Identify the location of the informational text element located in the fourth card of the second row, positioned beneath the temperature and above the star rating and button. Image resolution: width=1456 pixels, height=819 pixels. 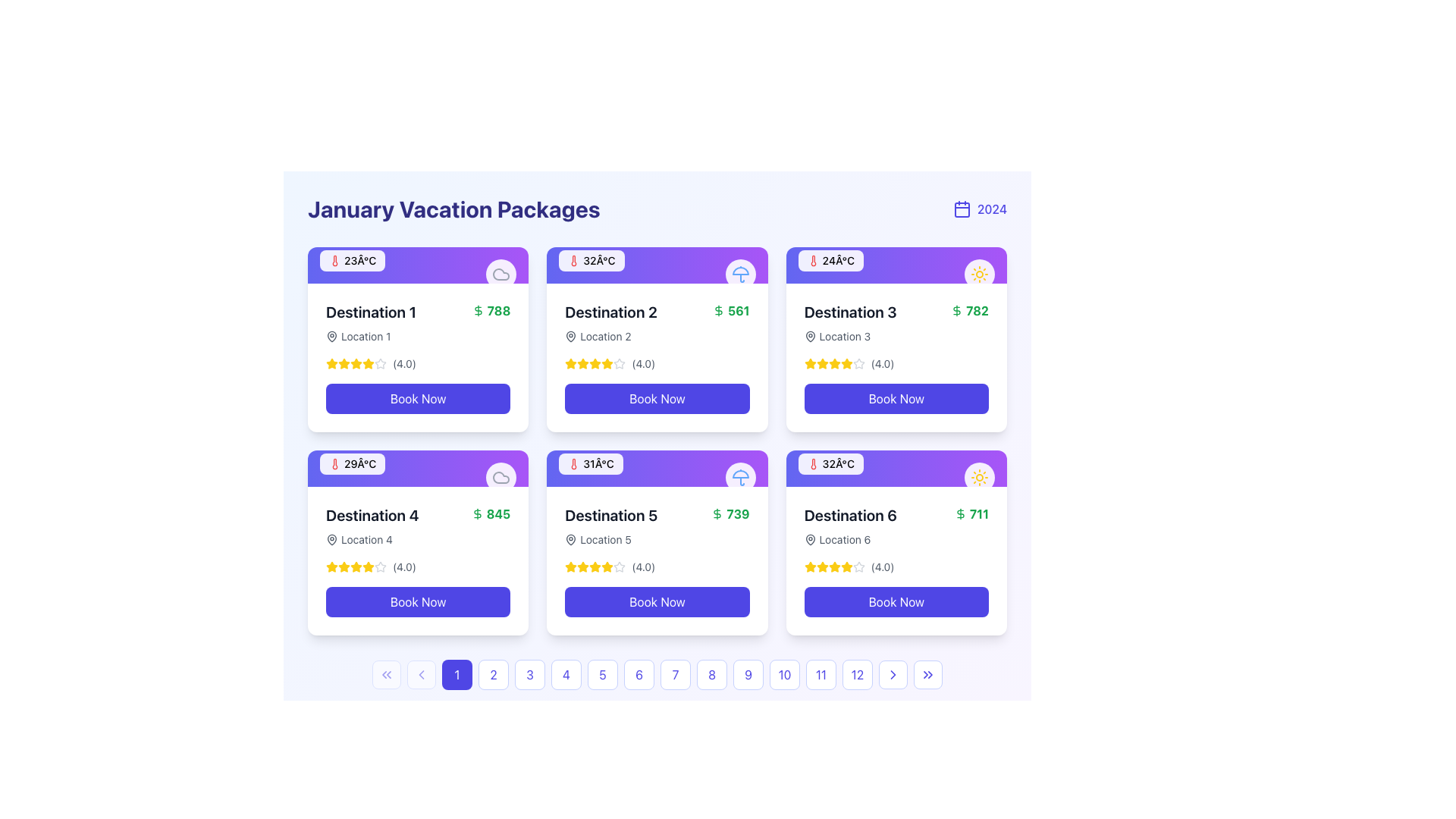
(372, 526).